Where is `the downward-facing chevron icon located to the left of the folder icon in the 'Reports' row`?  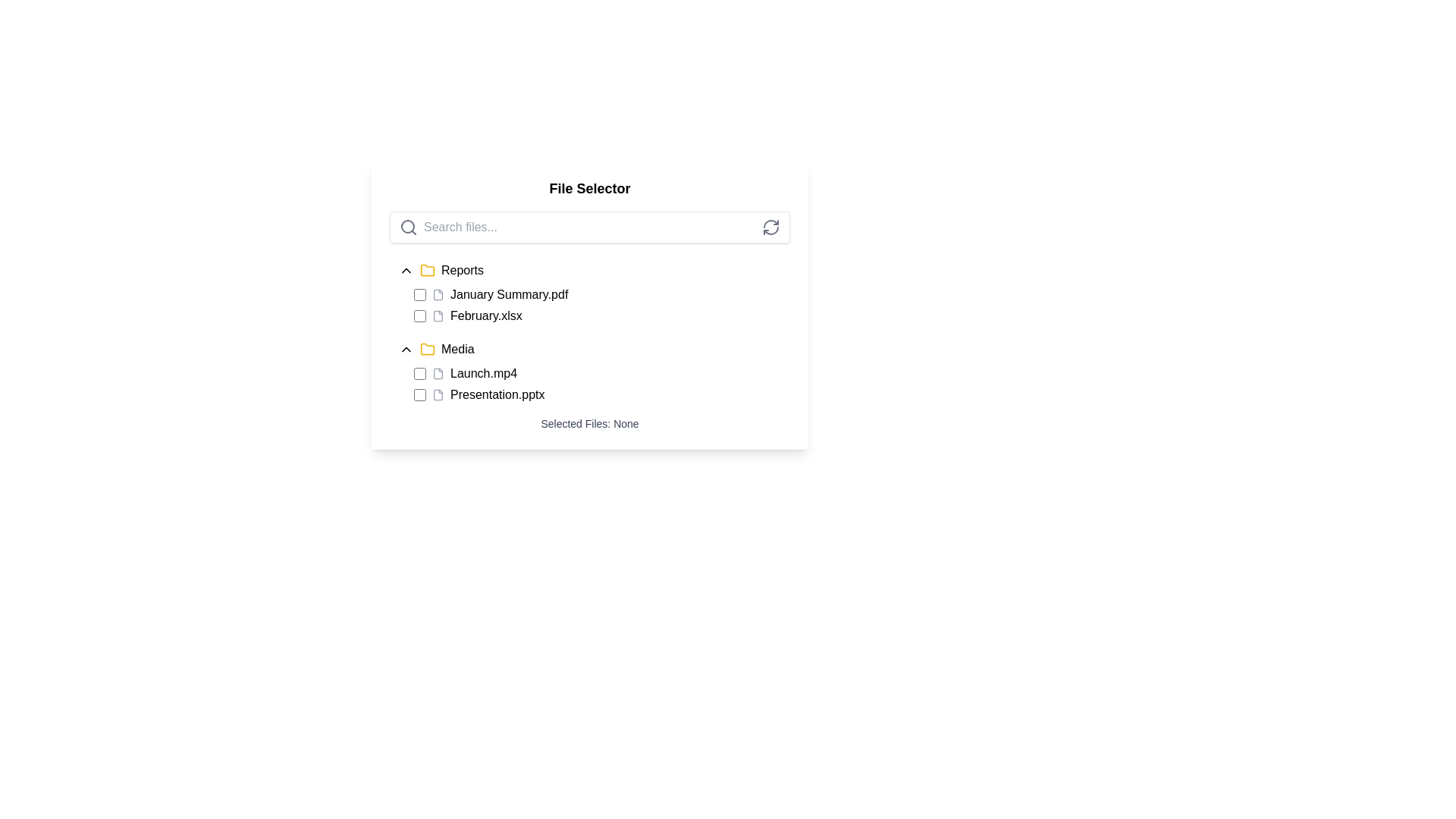
the downward-facing chevron icon located to the left of the folder icon in the 'Reports' row is located at coordinates (406, 270).